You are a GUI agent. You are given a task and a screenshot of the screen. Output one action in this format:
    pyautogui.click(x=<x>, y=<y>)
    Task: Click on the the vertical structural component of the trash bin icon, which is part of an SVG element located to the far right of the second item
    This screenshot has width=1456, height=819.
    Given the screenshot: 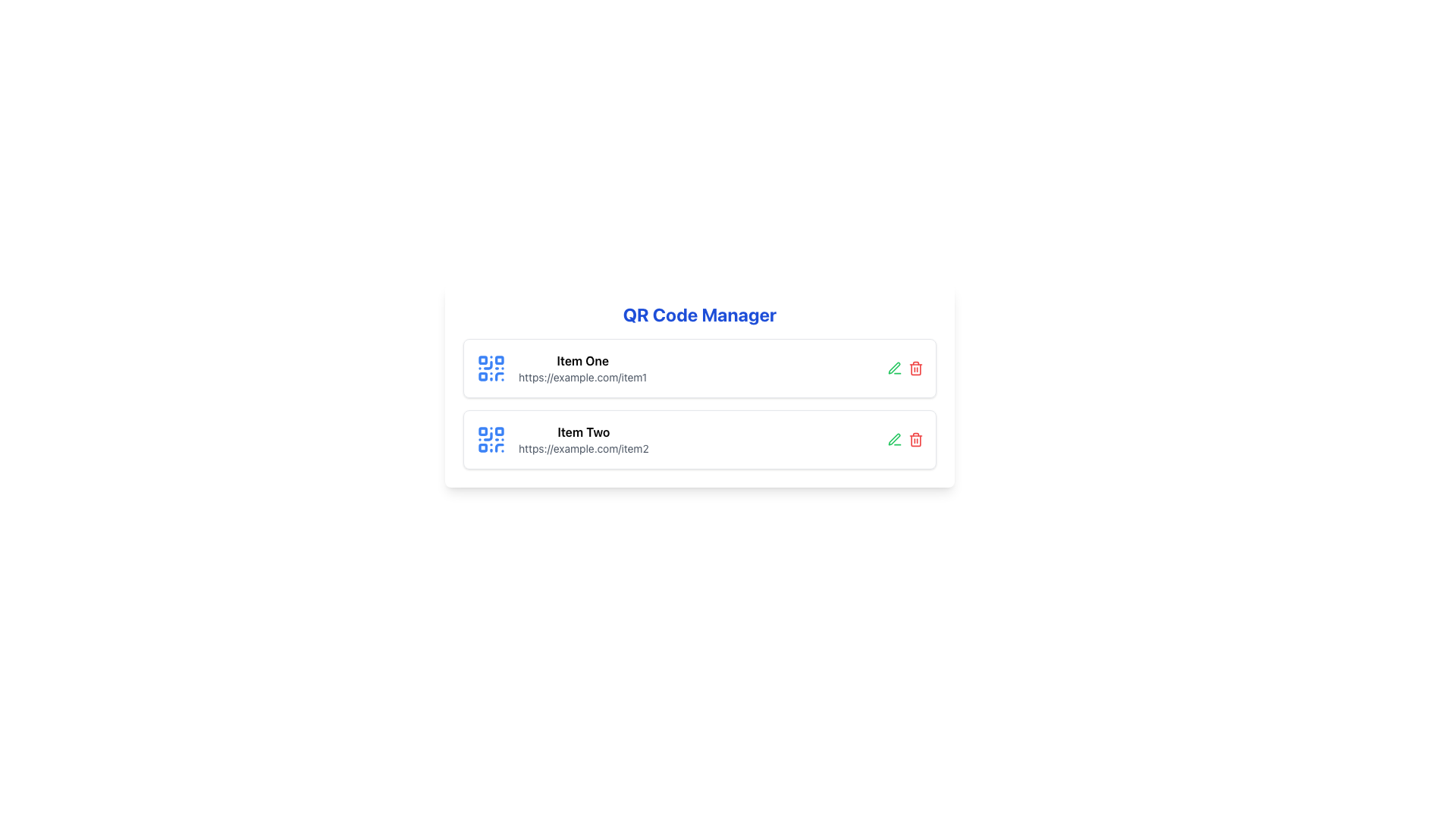 What is the action you would take?
    pyautogui.click(x=915, y=441)
    